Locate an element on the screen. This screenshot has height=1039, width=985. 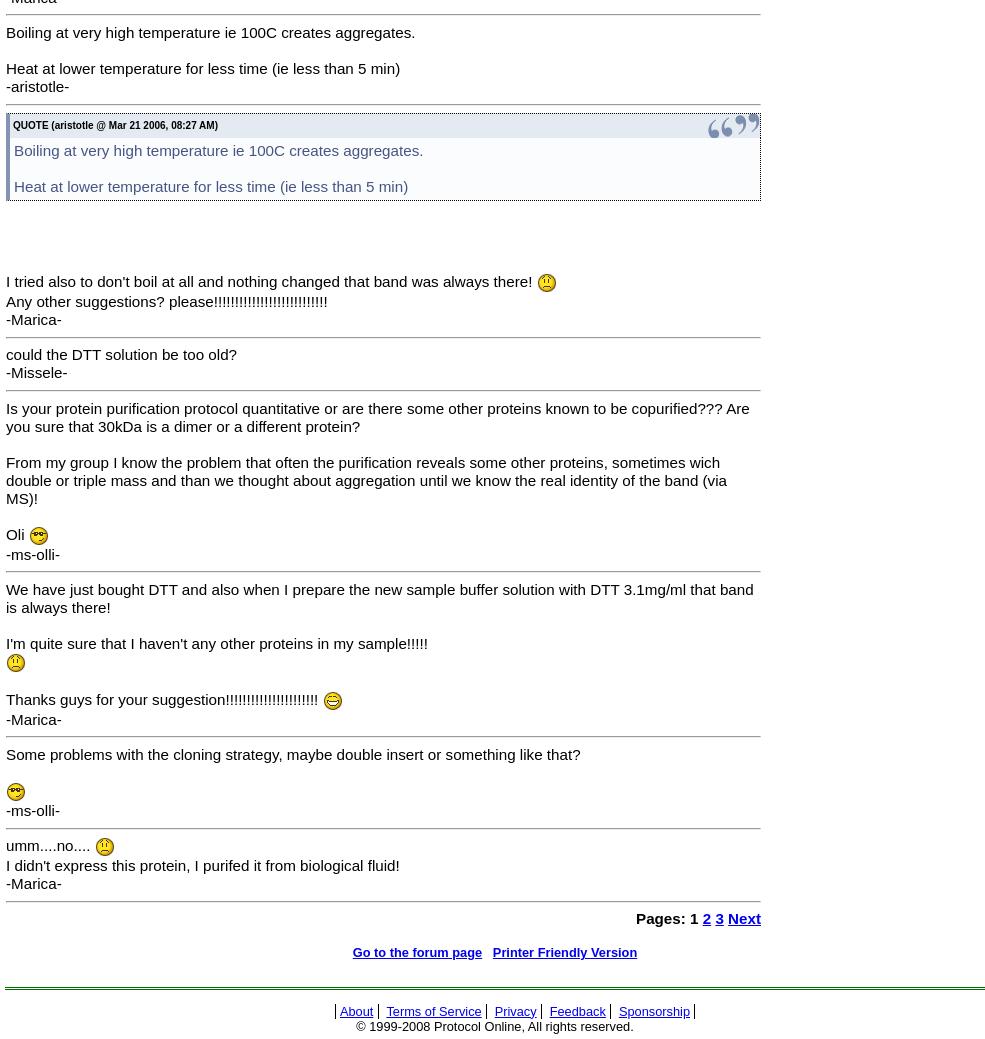
'-Missele-' is located at coordinates (35, 371).